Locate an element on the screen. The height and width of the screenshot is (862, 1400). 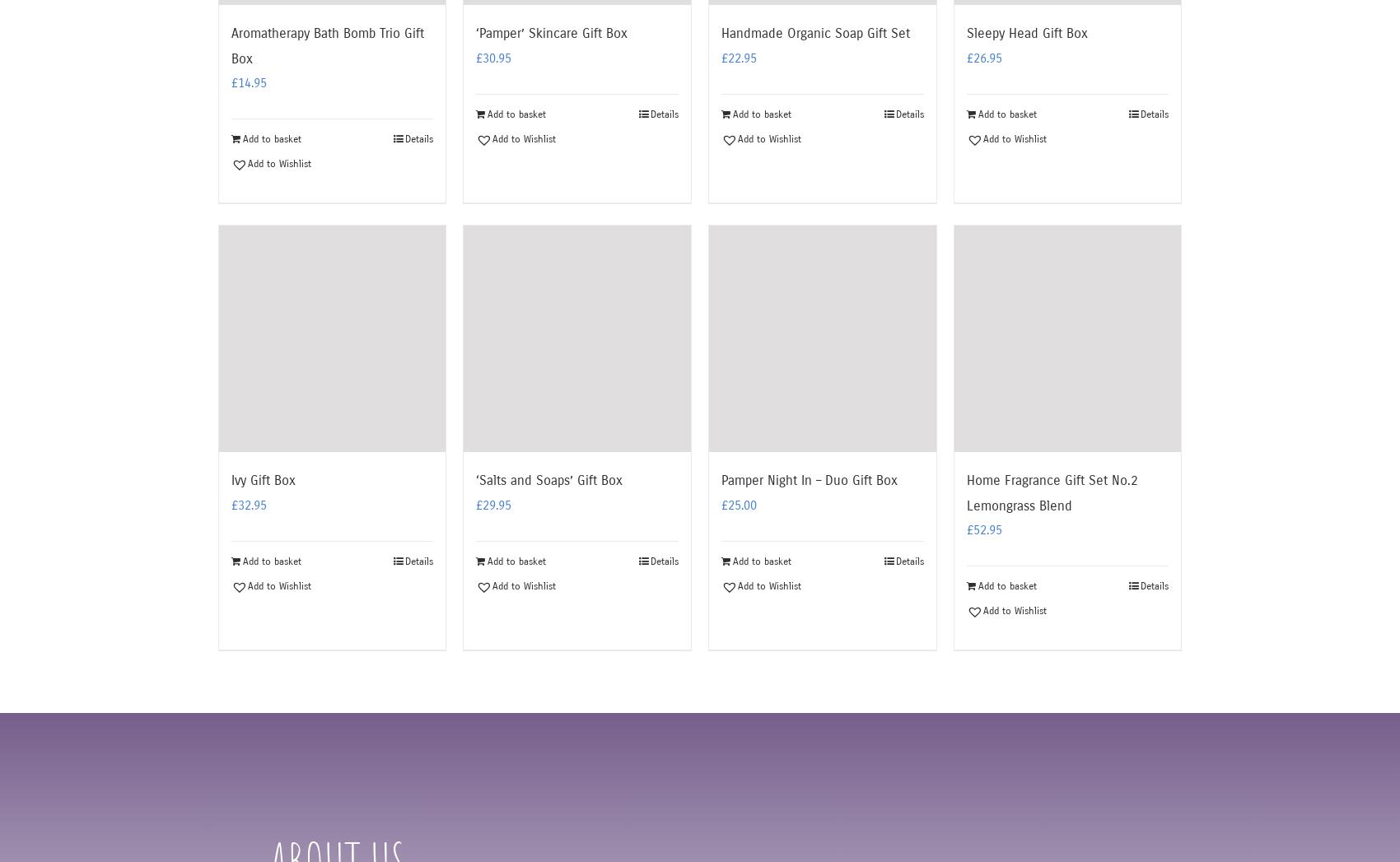
'29.95' is located at coordinates (496, 504).